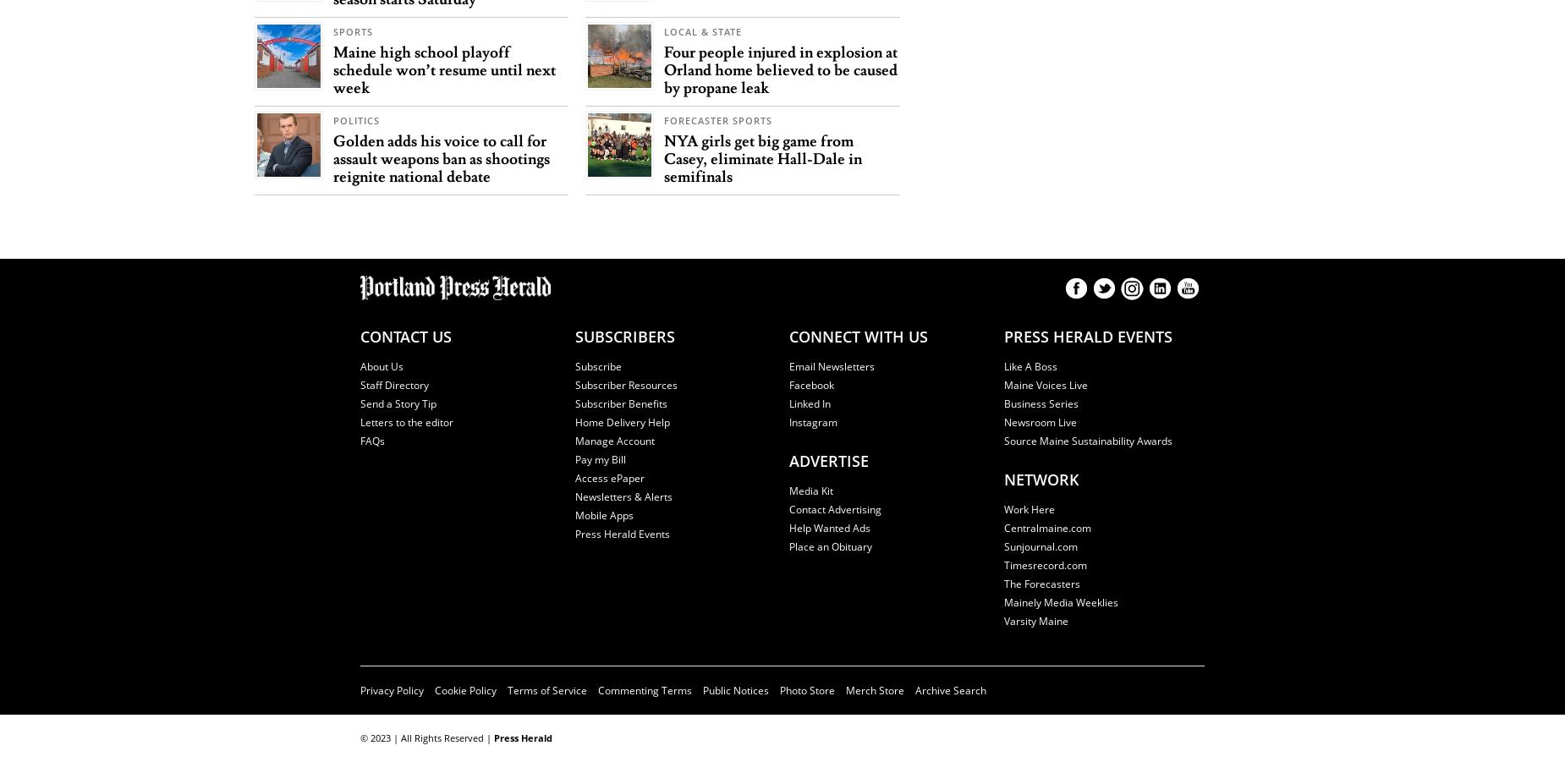  Describe the element at coordinates (1002, 545) in the screenshot. I see `'Sunjournal.com'` at that location.